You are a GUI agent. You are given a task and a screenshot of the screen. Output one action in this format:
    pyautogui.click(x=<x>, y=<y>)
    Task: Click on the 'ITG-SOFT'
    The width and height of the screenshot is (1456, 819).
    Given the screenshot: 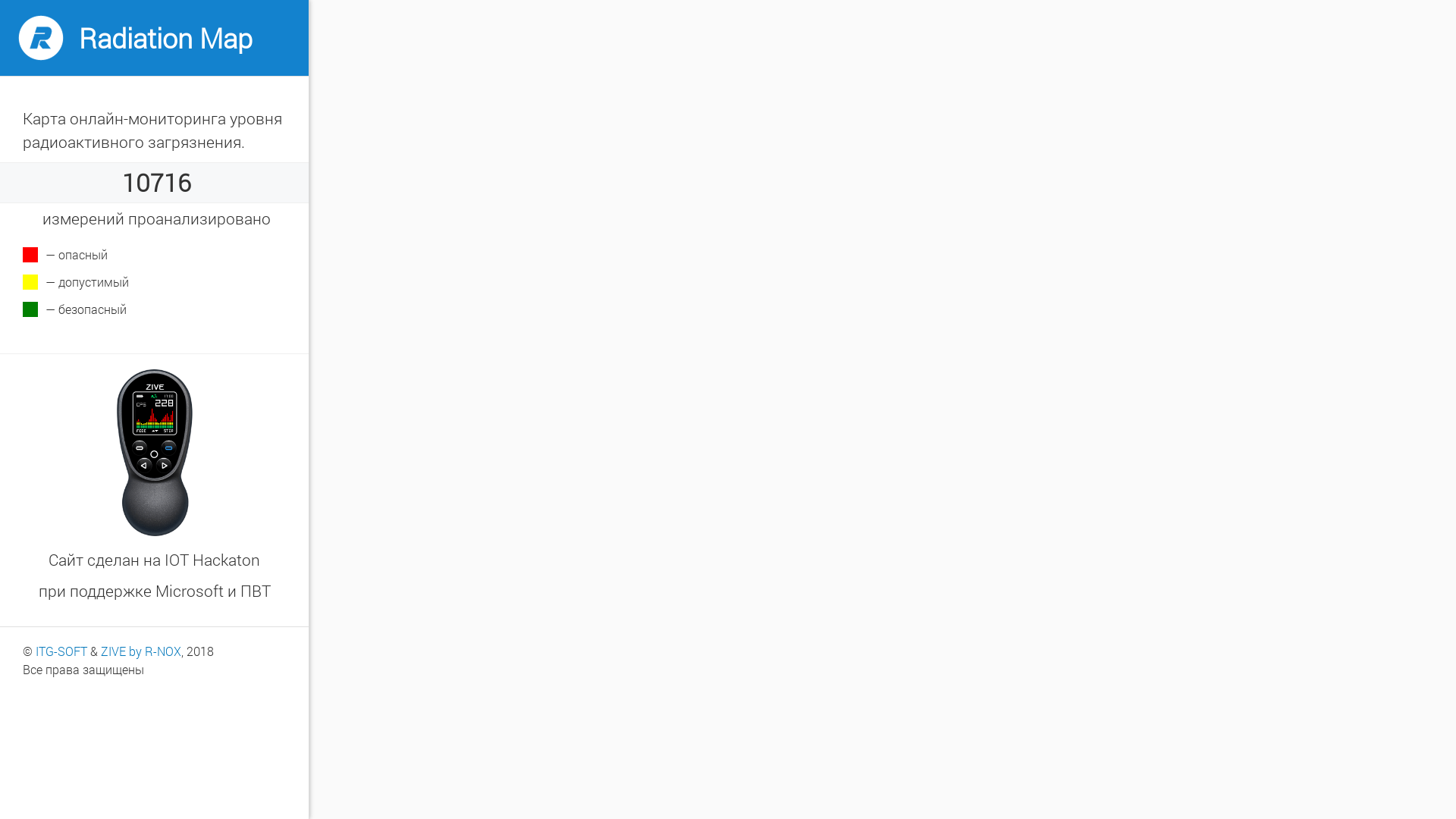 What is the action you would take?
    pyautogui.click(x=61, y=650)
    